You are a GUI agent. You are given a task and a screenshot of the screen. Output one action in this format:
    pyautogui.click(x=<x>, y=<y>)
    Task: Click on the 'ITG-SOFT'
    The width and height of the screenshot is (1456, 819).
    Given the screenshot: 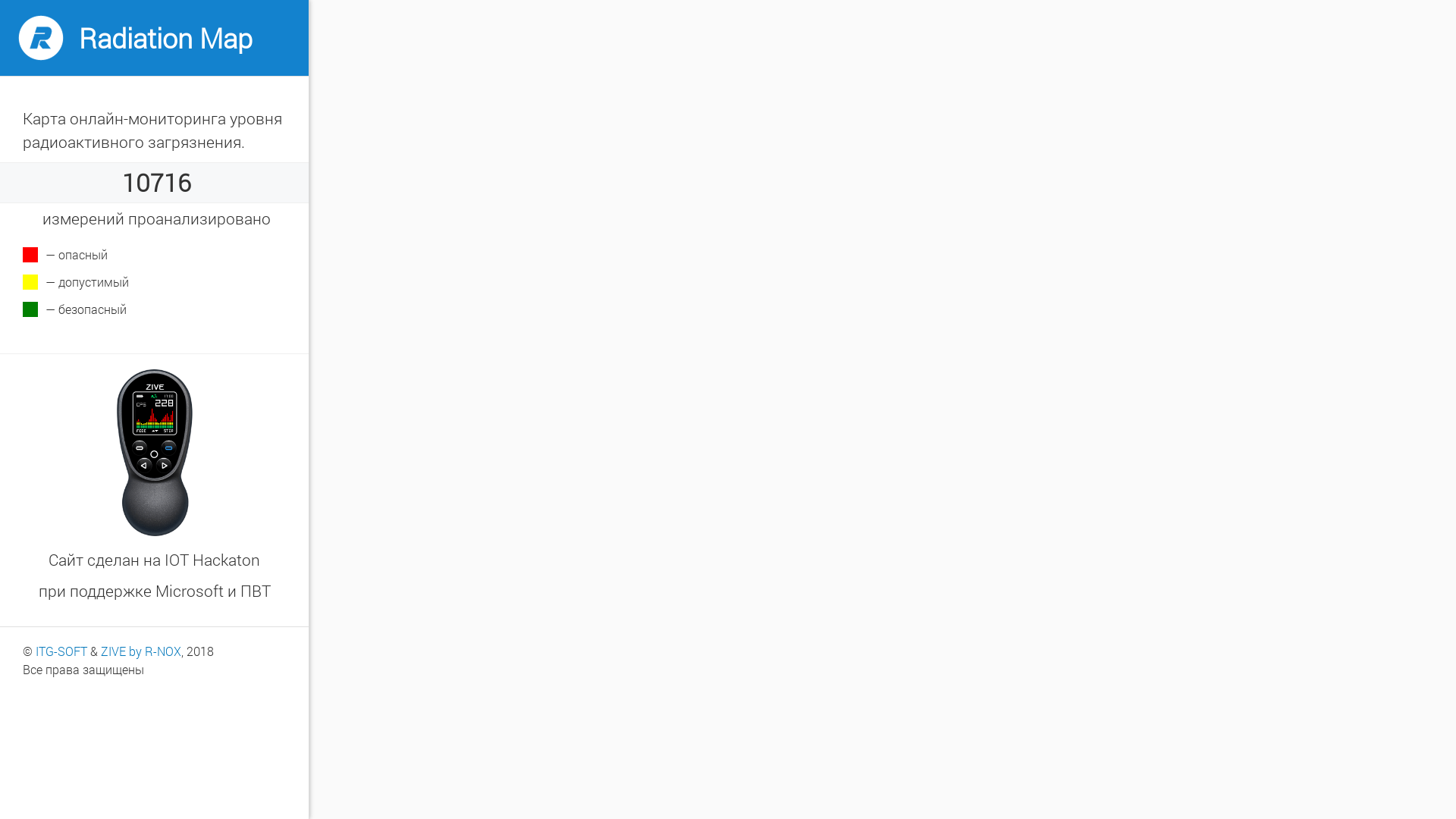 What is the action you would take?
    pyautogui.click(x=61, y=650)
    